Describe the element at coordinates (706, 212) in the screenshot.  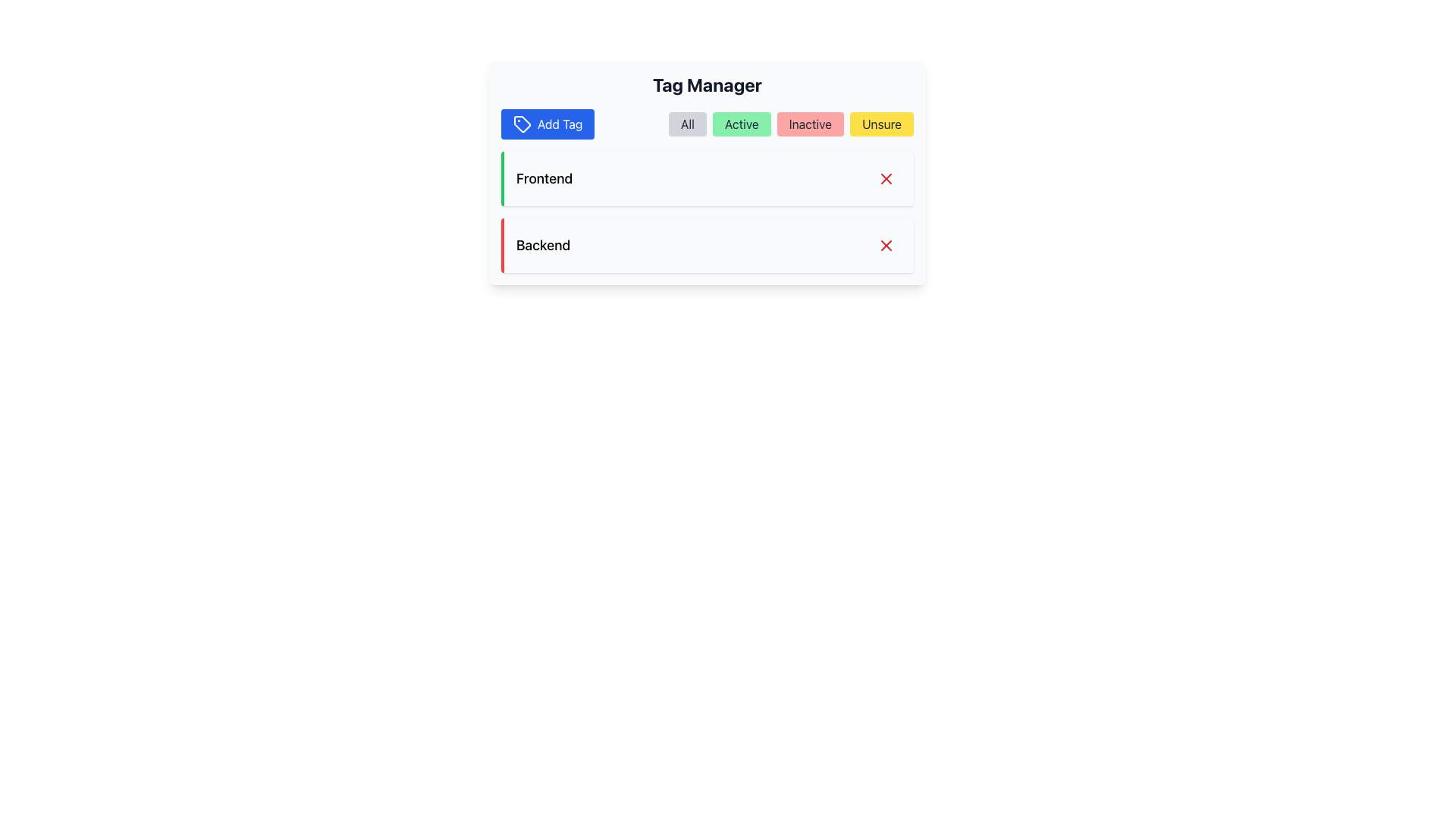
I see `the 'Vertical List' element in the 'Tag Manager' interface to focus on it` at that location.